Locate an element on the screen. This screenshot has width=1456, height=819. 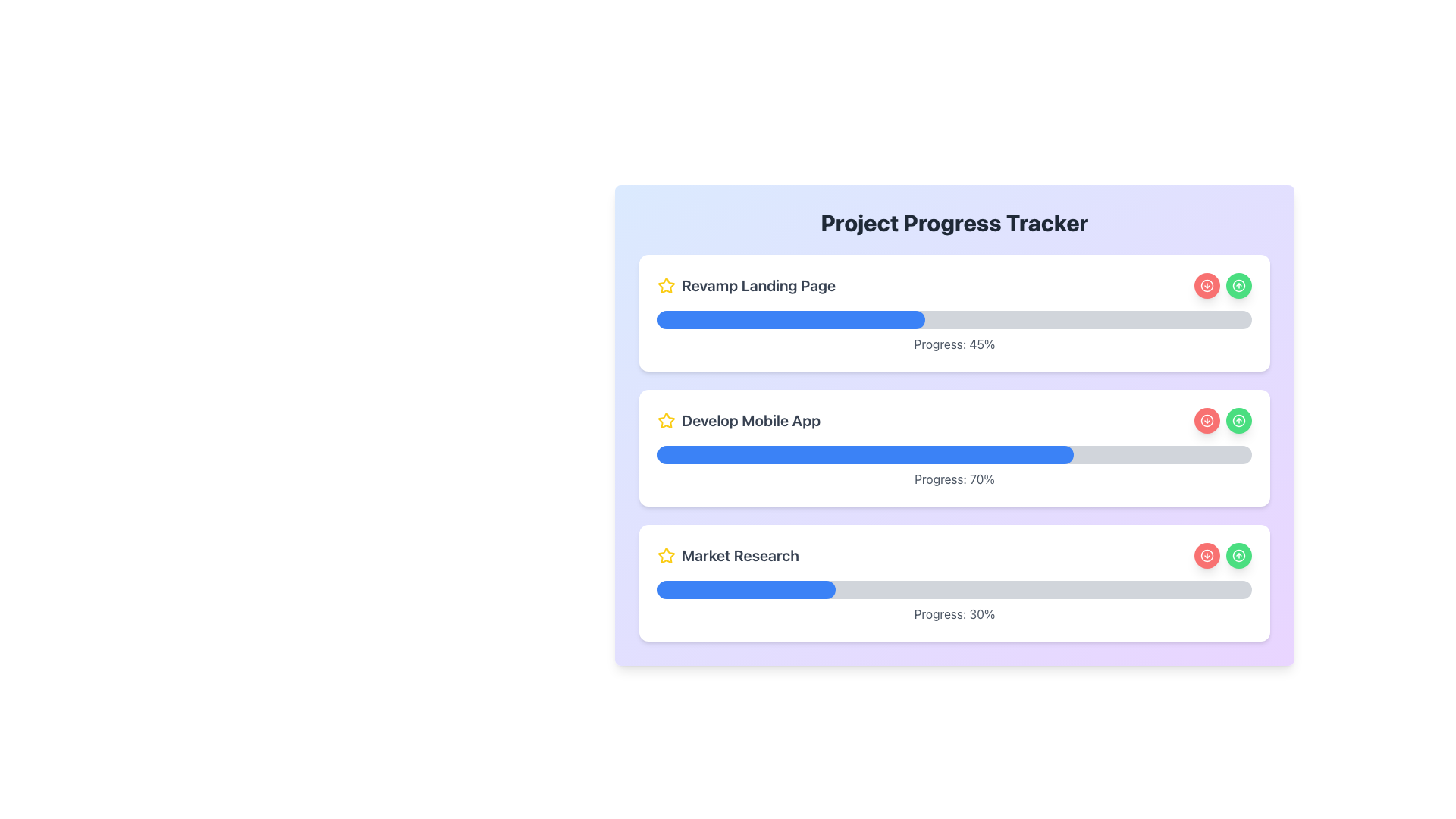
the SVG Circle element with a 10-pixel radius, located in the upper-right corner of the task card labeled 'Develop Mobile App' is located at coordinates (1207, 421).